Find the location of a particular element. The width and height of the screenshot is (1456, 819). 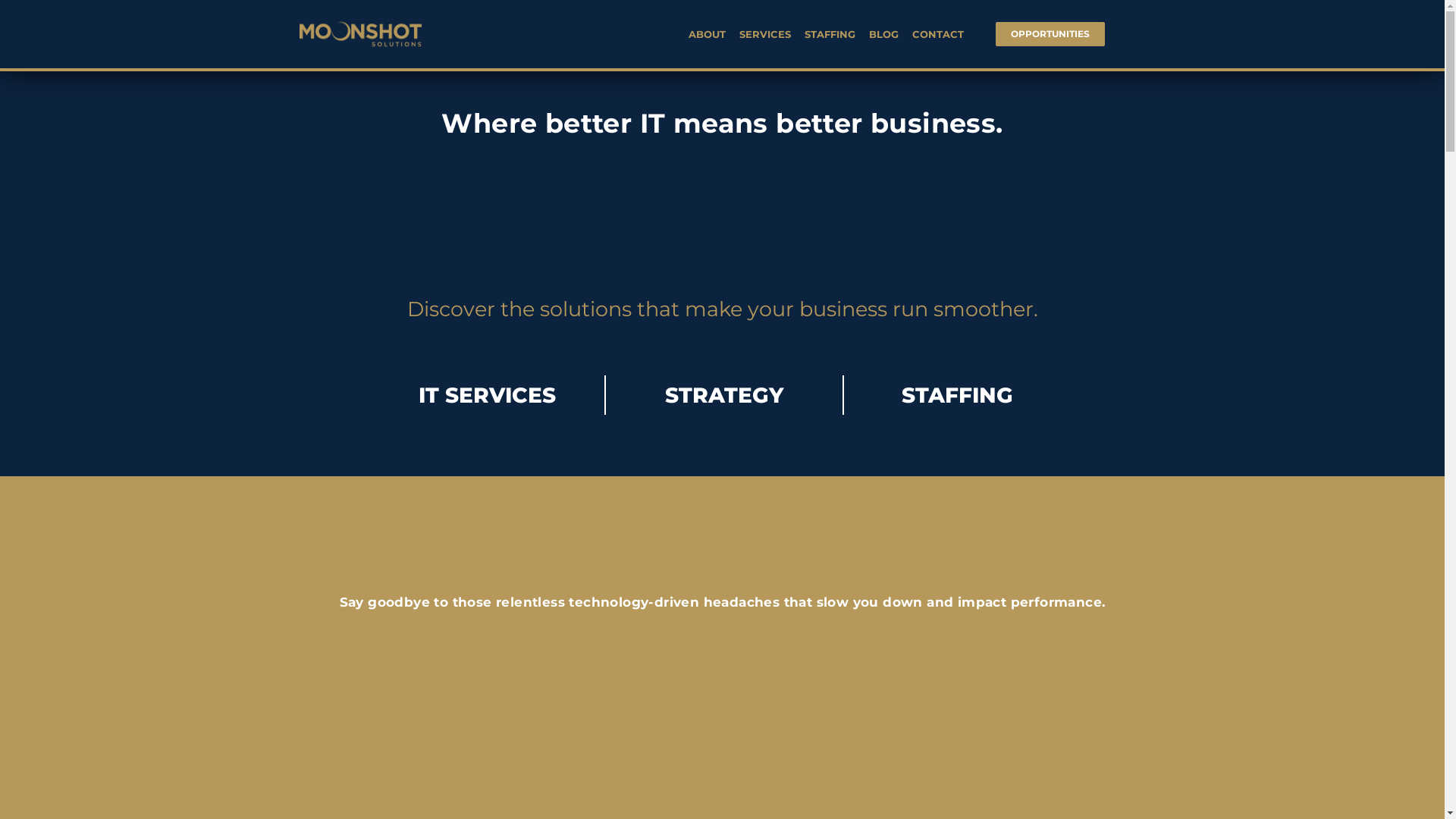

'OPPORTUNITIES' is located at coordinates (1050, 34).